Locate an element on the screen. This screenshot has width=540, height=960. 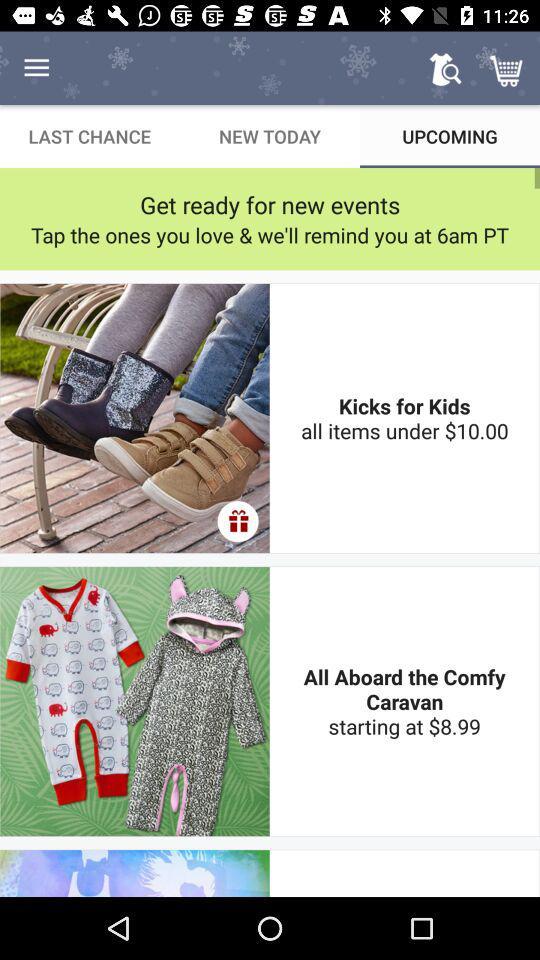
get ready for icon is located at coordinates (270, 204).